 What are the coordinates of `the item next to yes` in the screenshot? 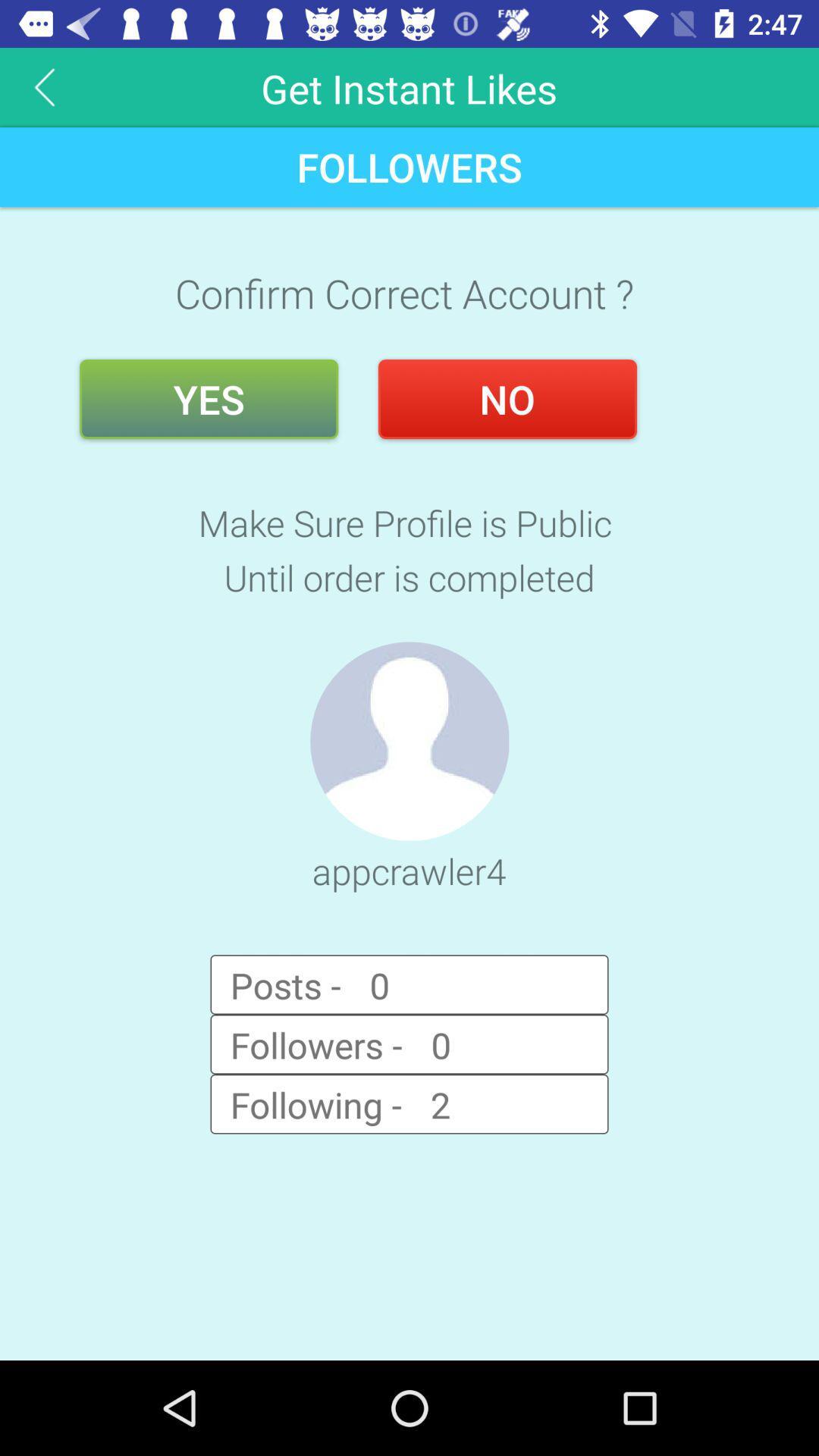 It's located at (507, 399).